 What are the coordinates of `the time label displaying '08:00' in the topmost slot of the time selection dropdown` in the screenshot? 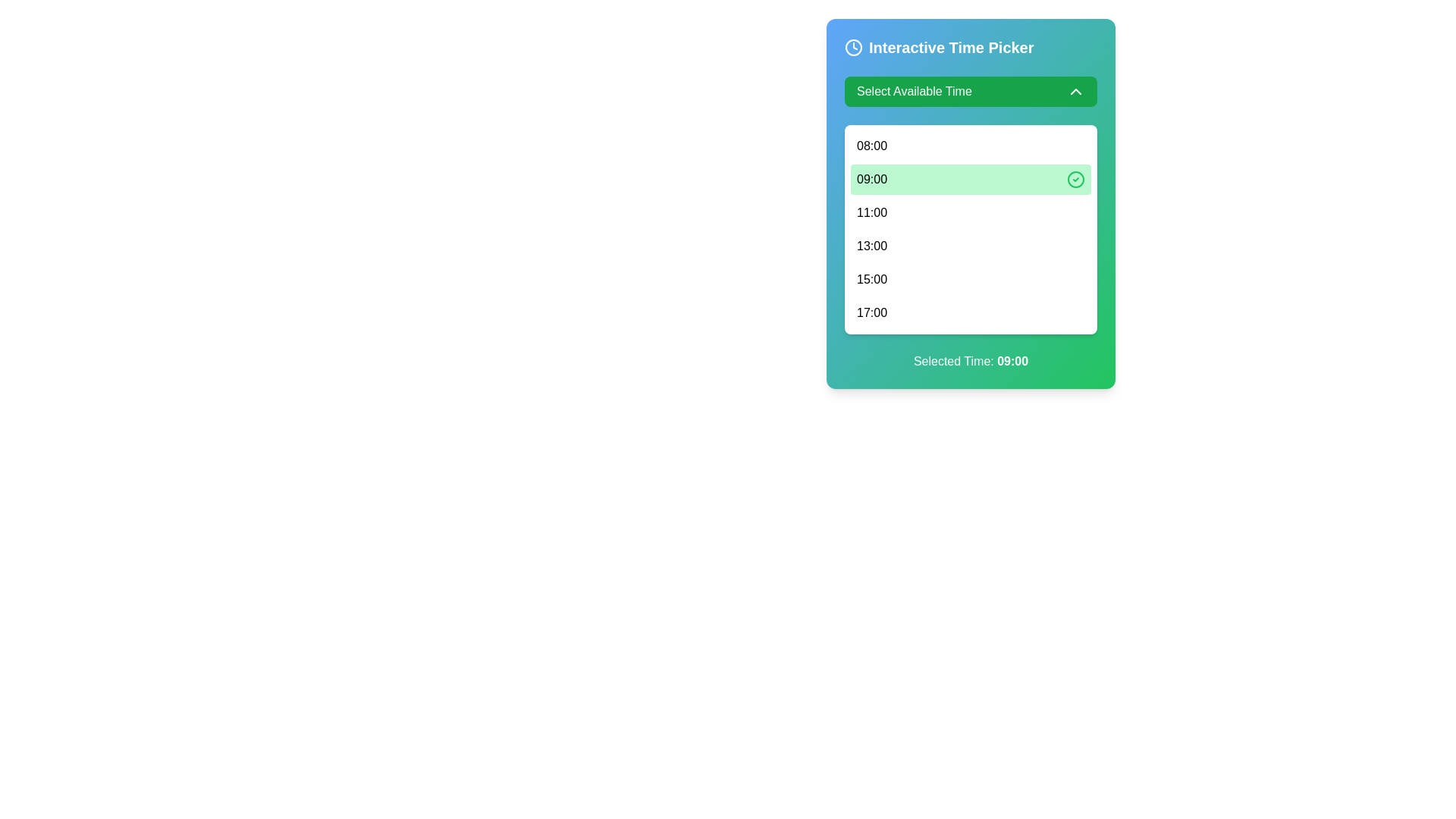 It's located at (872, 146).